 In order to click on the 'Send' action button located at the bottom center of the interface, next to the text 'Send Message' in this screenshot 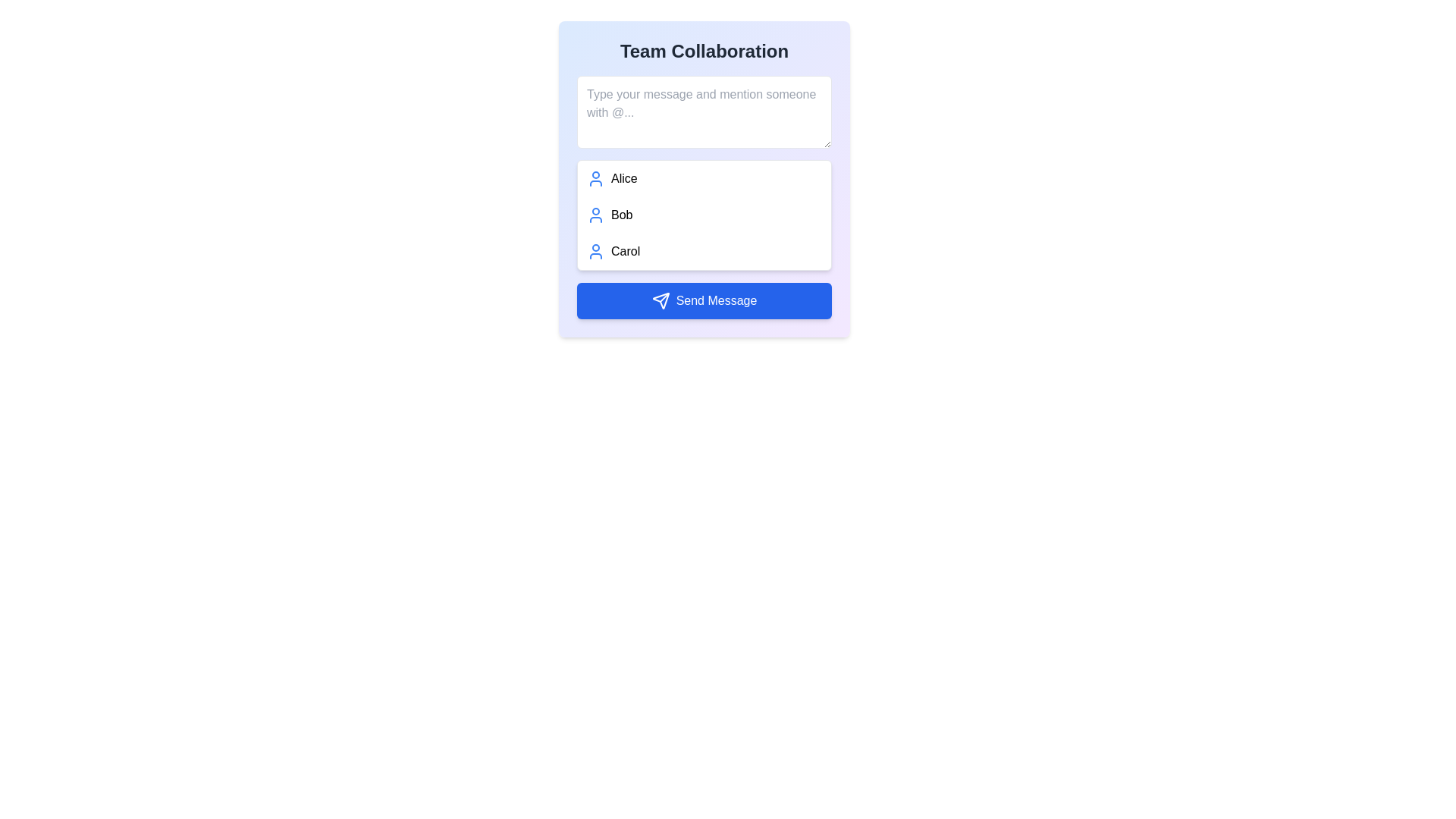, I will do `click(661, 301)`.